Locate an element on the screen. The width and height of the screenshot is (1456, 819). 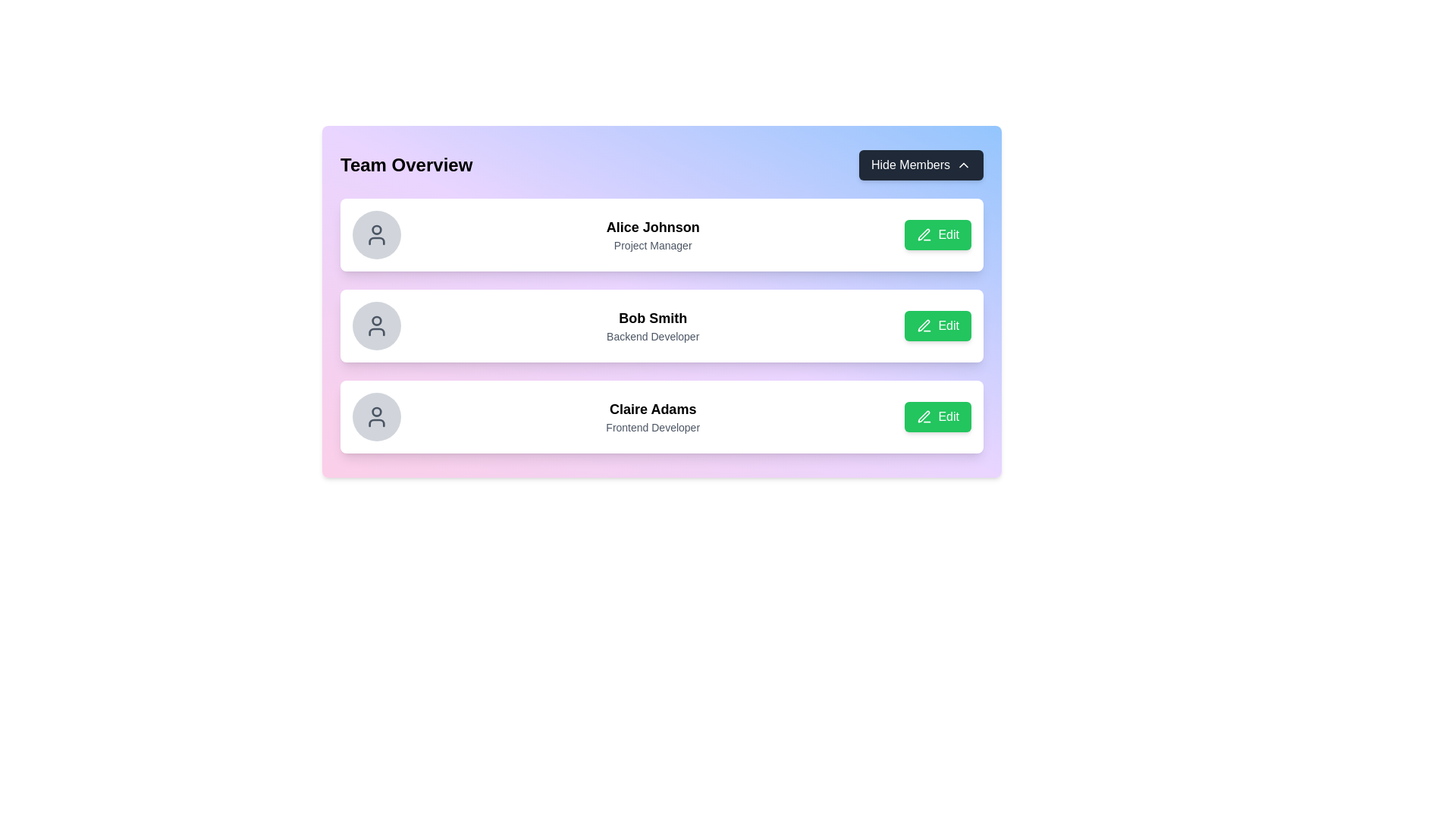
the pen icon in the second 'Edit' button on the user card for 'Bob Smith - Backend Developer' to initiate editing is located at coordinates (924, 325).